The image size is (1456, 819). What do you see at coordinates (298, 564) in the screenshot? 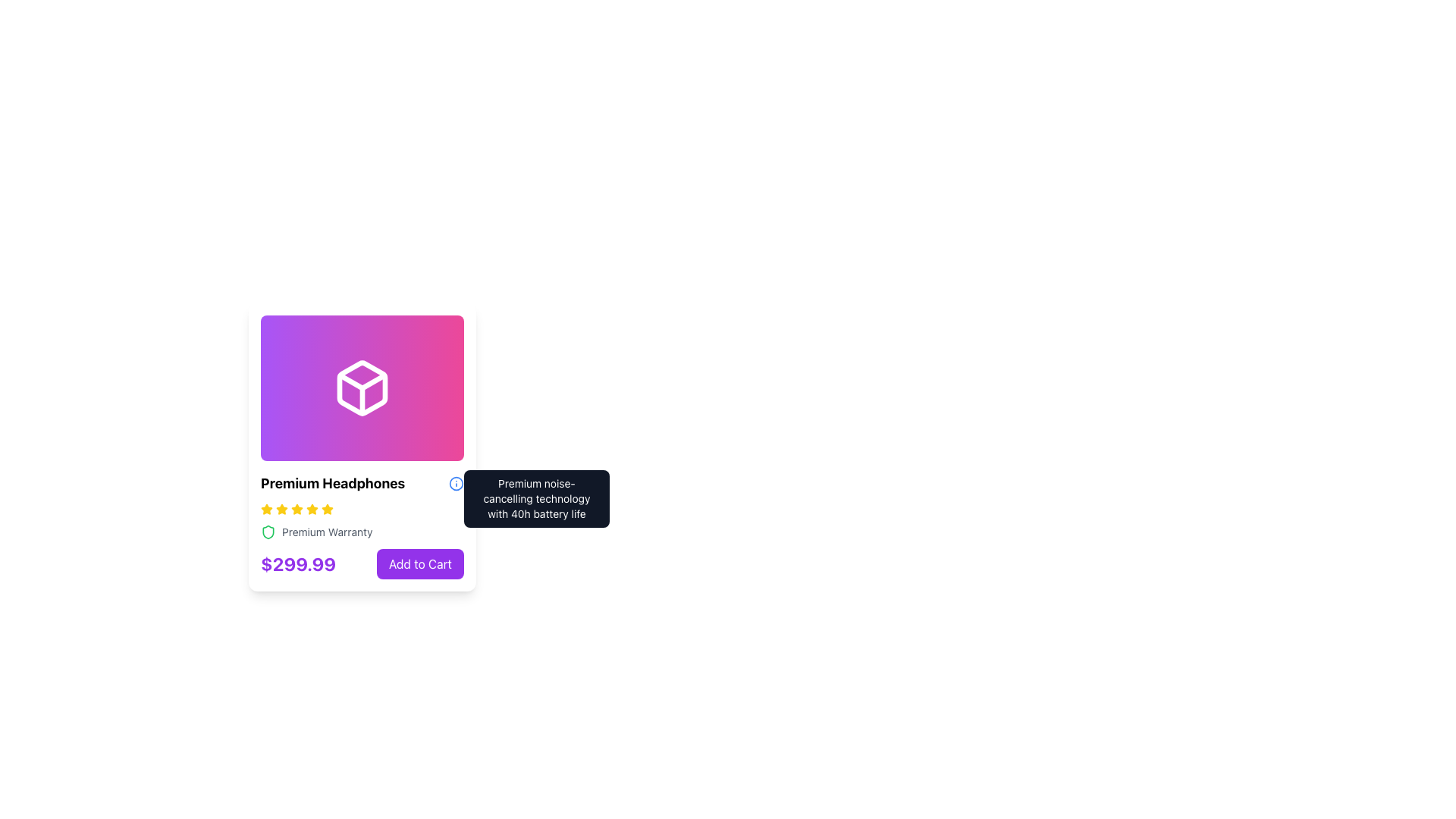
I see `the cost text element located in the bottom-left corner of the product card, beneath the product warranty text and to the left of the 'Add to Cart' button` at bounding box center [298, 564].